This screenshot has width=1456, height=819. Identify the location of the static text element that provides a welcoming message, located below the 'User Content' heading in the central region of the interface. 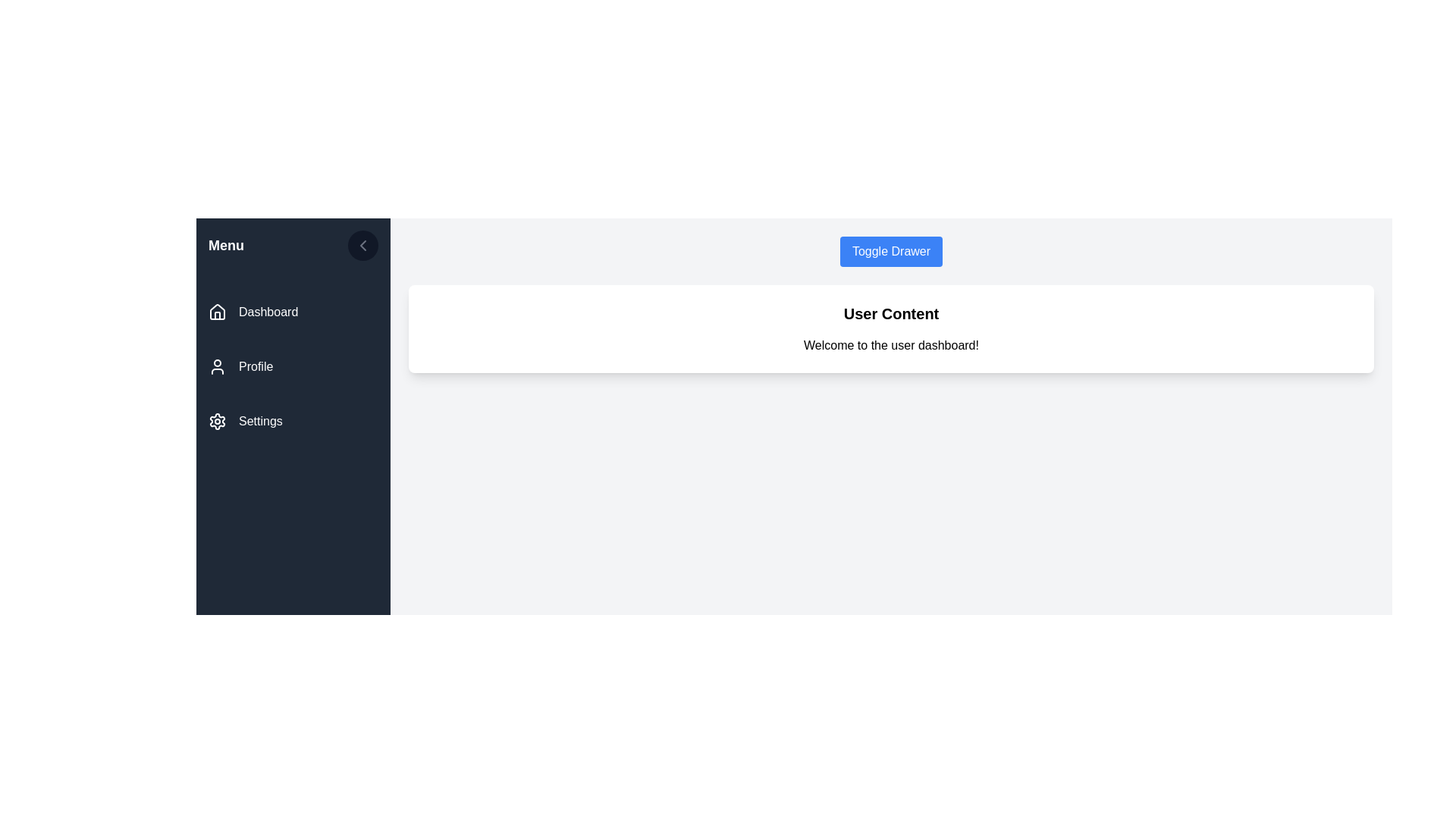
(891, 345).